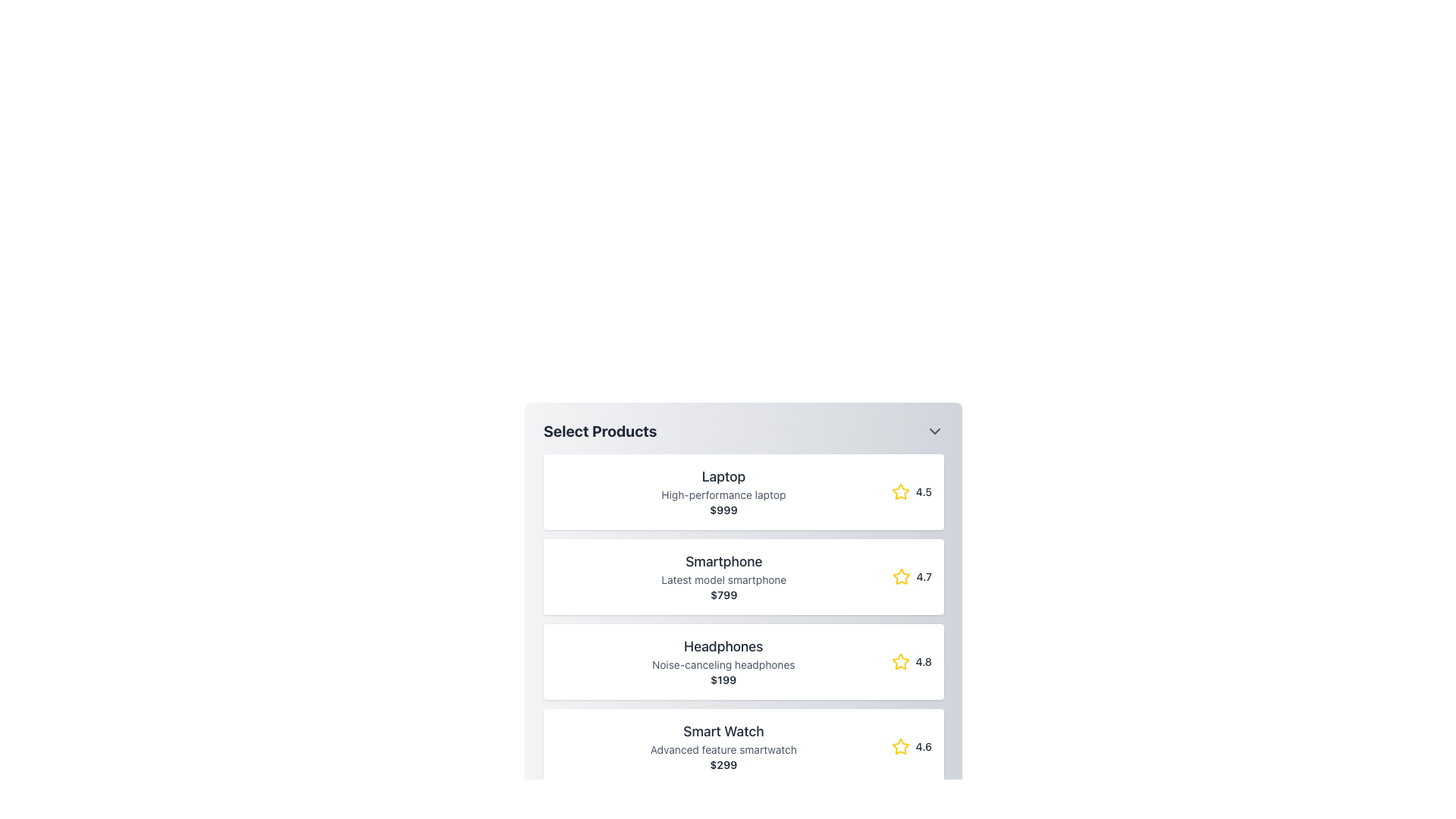 The width and height of the screenshot is (1456, 819). What do you see at coordinates (923, 491) in the screenshot?
I see `the text label displaying '4.5', which is located to the right of a yellow star icon in the topmost entry of the product list` at bounding box center [923, 491].